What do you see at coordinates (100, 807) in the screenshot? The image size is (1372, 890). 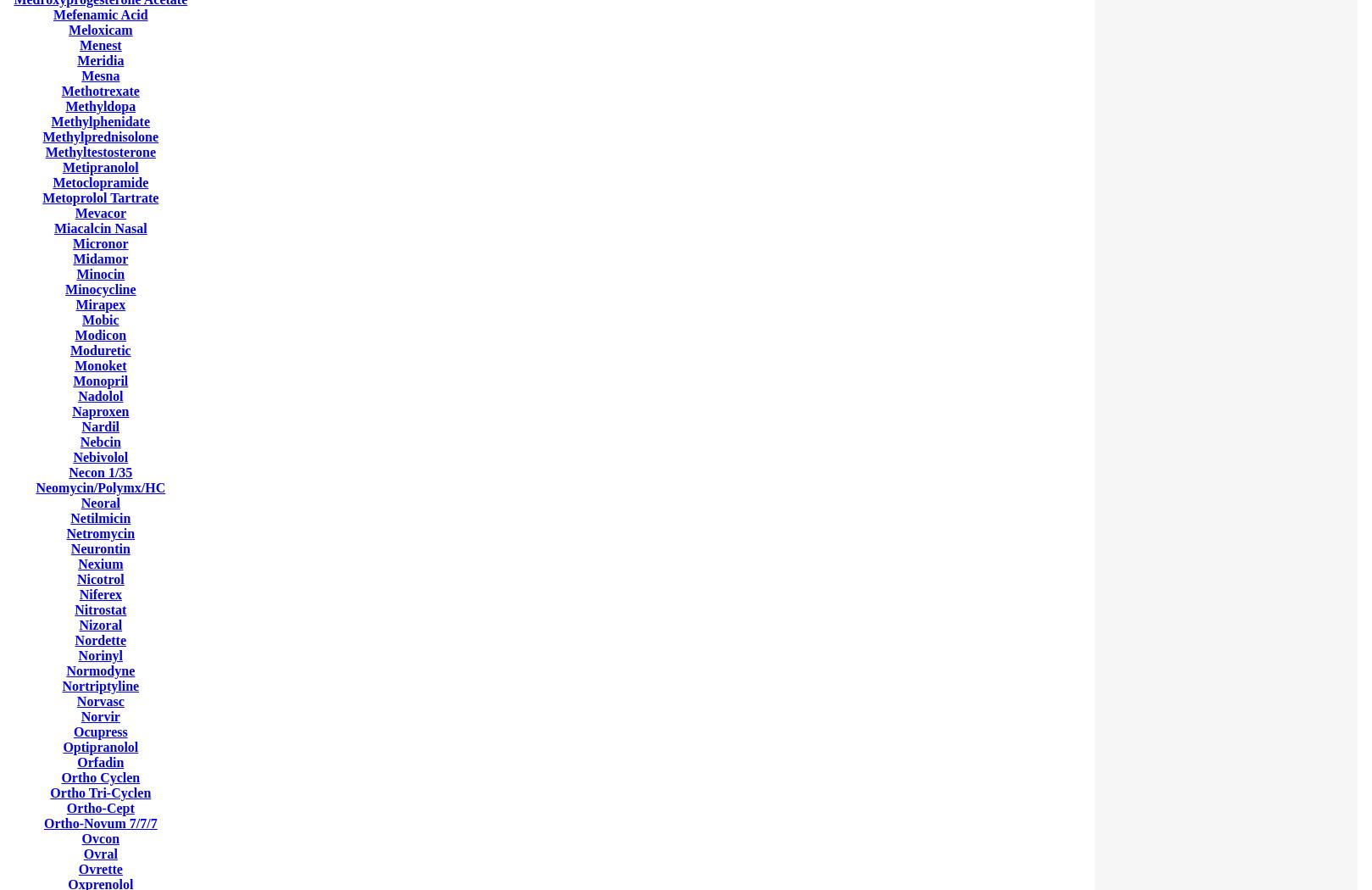 I see `'Ortho-Cept'` at bounding box center [100, 807].